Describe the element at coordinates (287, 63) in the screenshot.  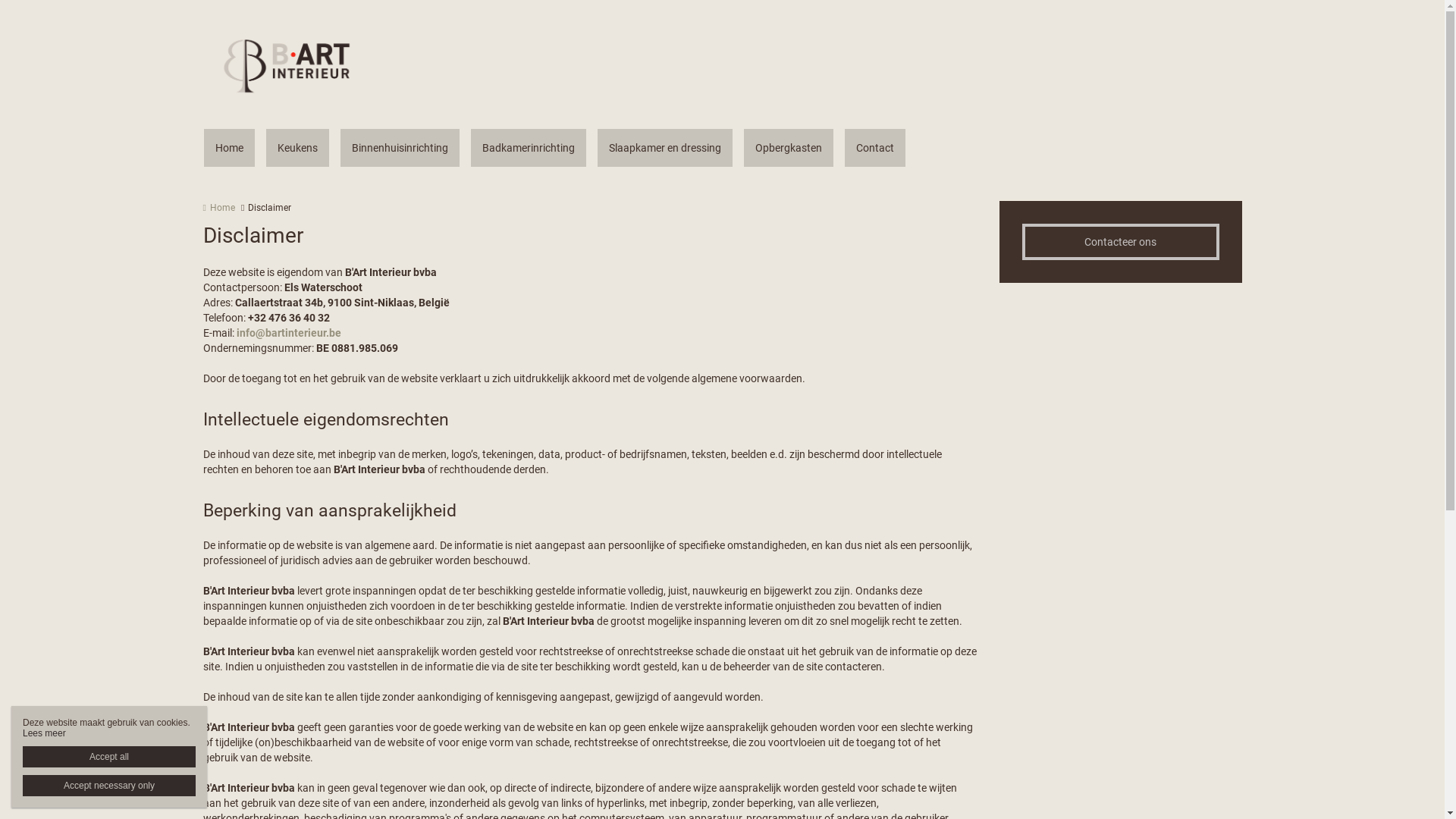
I see `'Home | Bart Interieur'` at that location.